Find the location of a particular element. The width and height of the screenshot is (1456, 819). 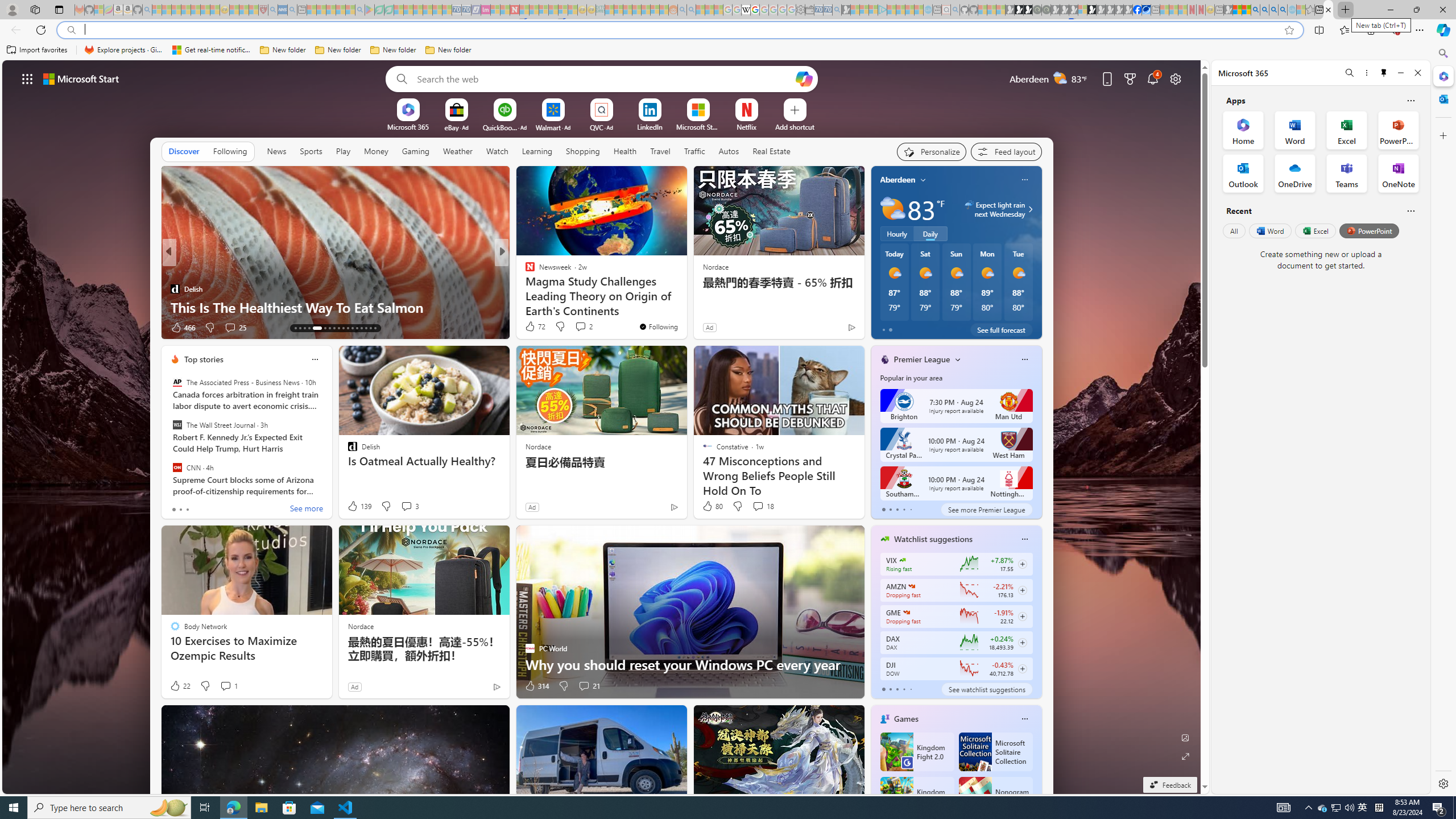

'View comments 11 Comment' is located at coordinates (585, 327).